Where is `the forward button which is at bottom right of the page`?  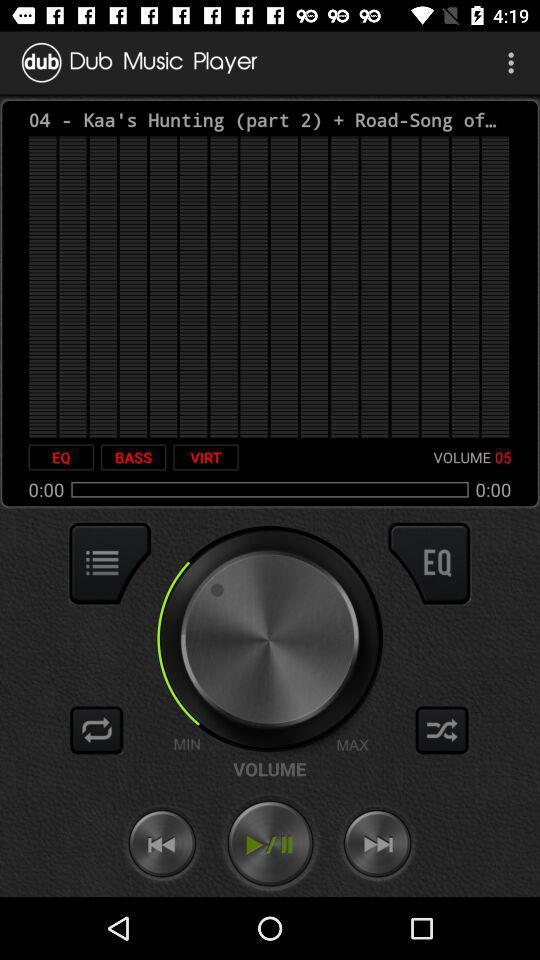
the forward button which is at bottom right of the page is located at coordinates (378, 843).